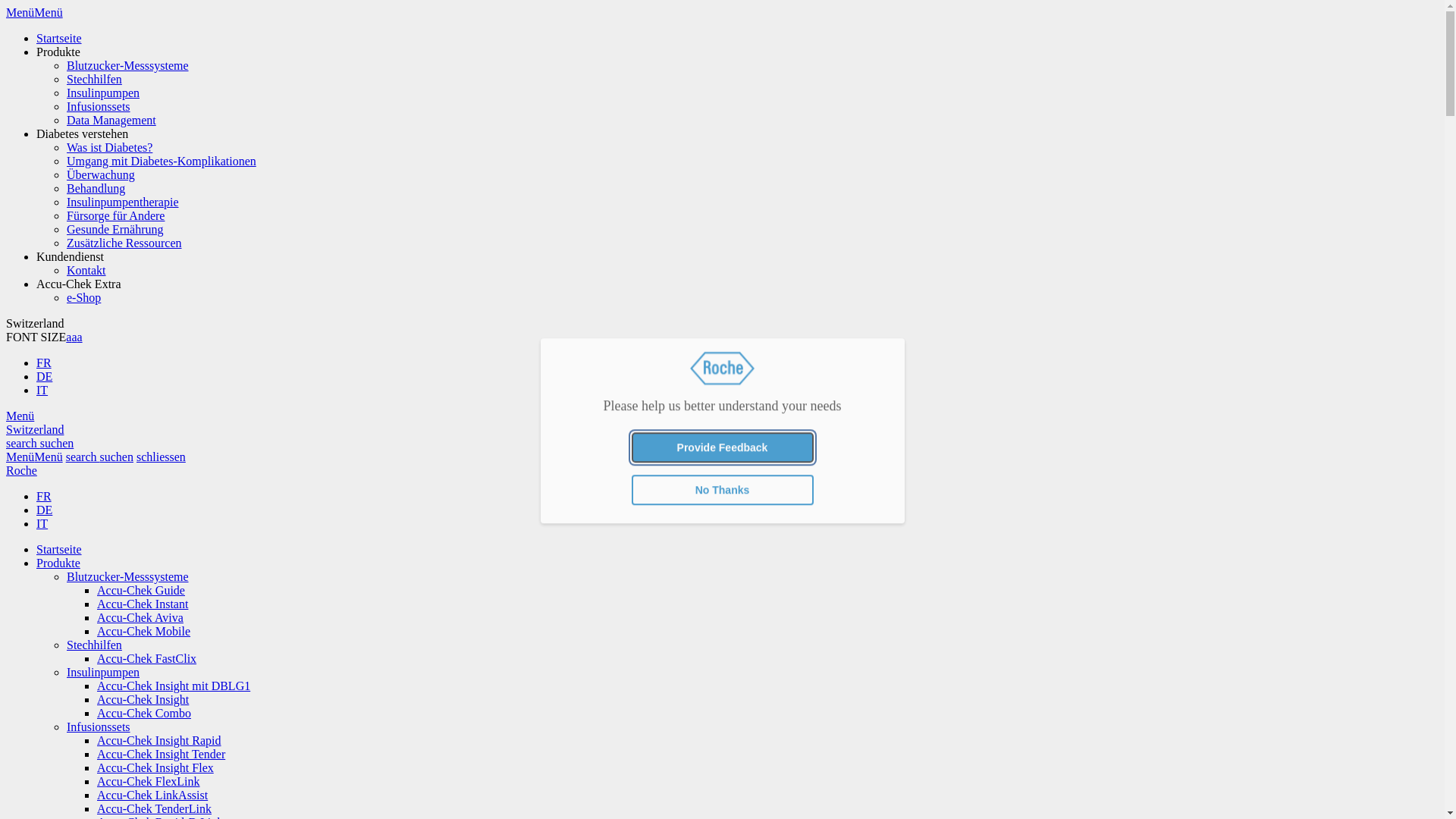 The image size is (1456, 819). What do you see at coordinates (161, 754) in the screenshot?
I see `'Accu-Chek Insight Tender'` at bounding box center [161, 754].